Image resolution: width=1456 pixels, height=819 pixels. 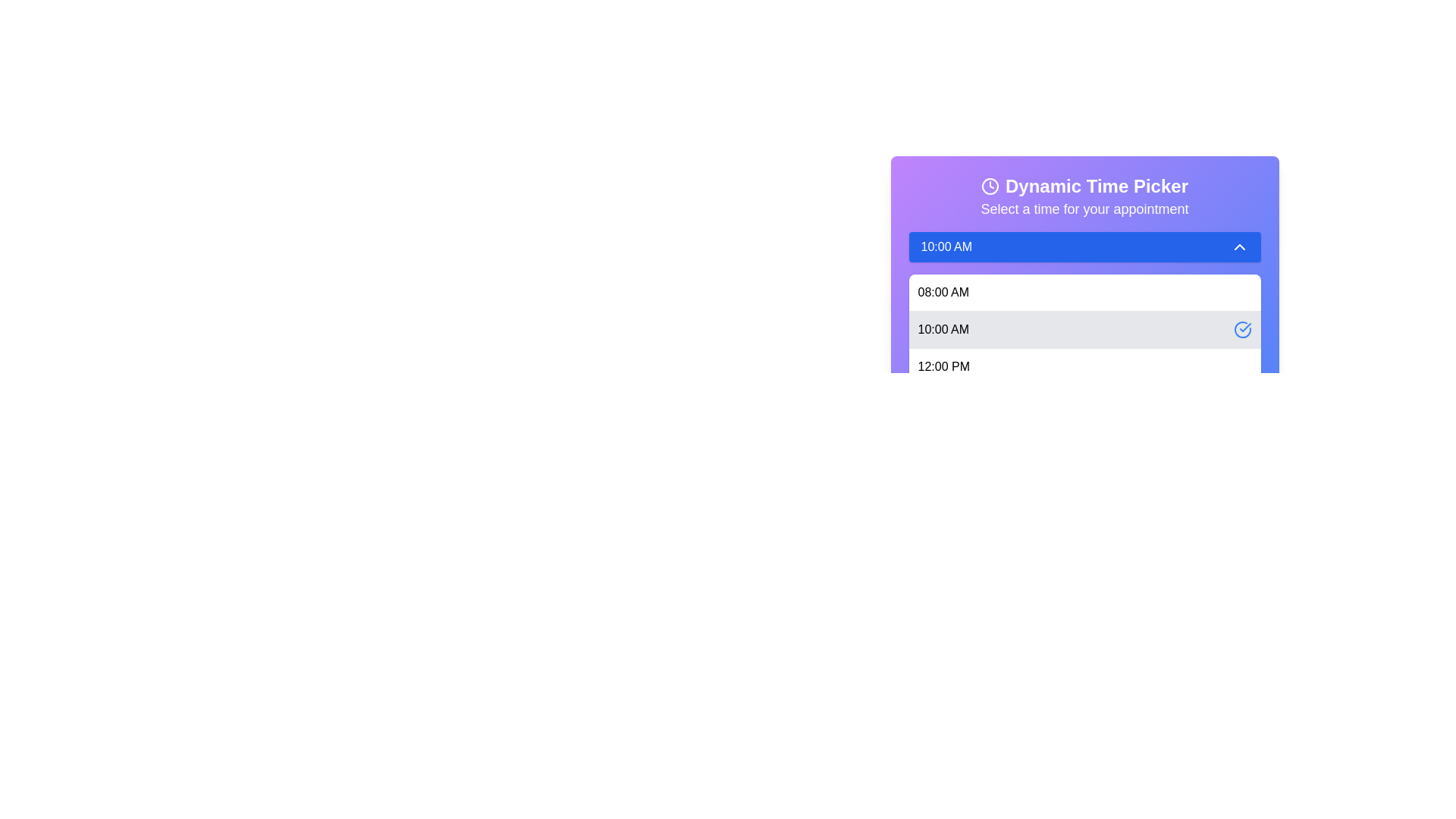 I want to click on the instructional static text label guiding the user to select a time slot for an appointment, located below the 'Dynamic Time Picker' header, so click(x=1084, y=209).